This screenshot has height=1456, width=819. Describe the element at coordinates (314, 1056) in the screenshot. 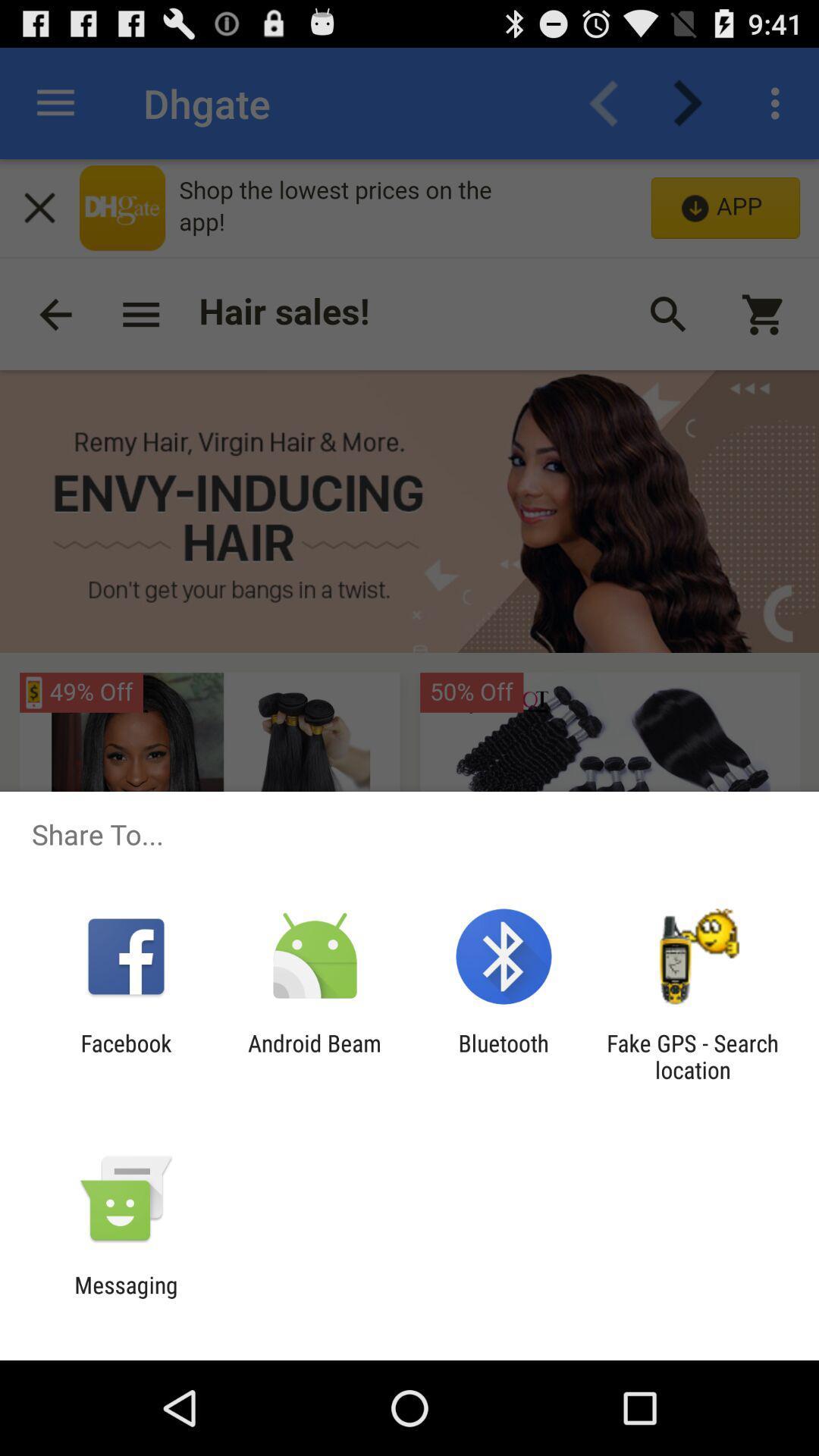

I see `app next to facebook icon` at that location.